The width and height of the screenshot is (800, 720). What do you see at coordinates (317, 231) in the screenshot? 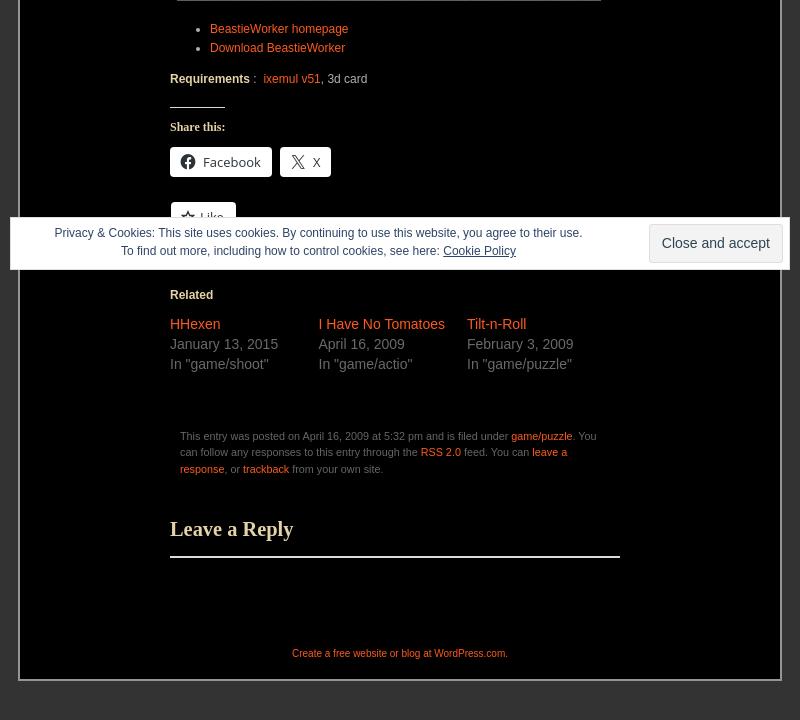
I see `'Privacy & Cookies: This site uses cookies. By continuing to use this website, you agree to their use.'` at bounding box center [317, 231].